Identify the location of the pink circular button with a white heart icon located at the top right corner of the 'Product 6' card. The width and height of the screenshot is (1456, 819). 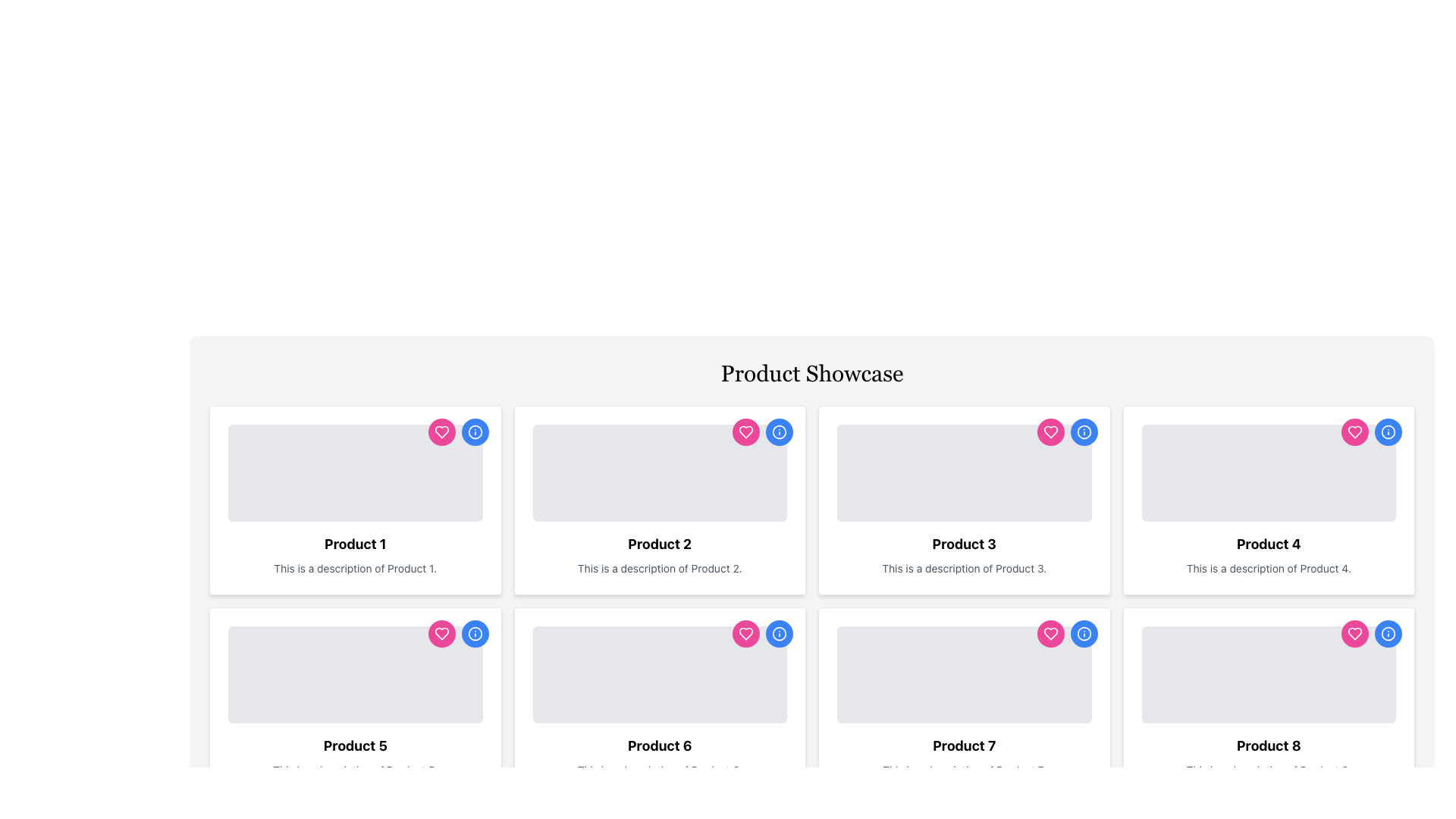
(745, 634).